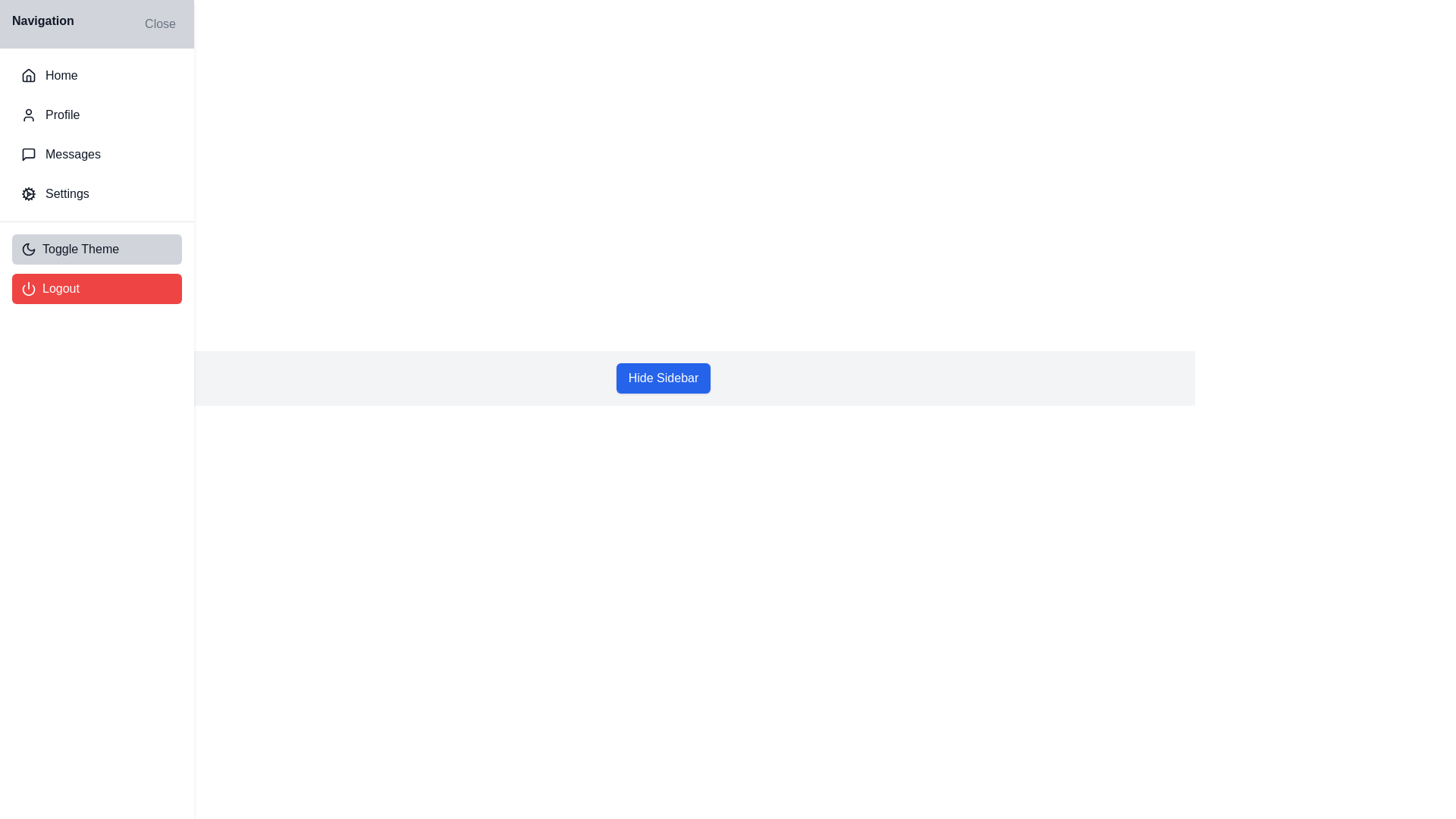  Describe the element at coordinates (29, 114) in the screenshot. I see `the user profile SVG icon located in the 'Profile' menu item on the left side of the navigation menu, positioned near the top and to the left of the 'Profile' text label` at that location.